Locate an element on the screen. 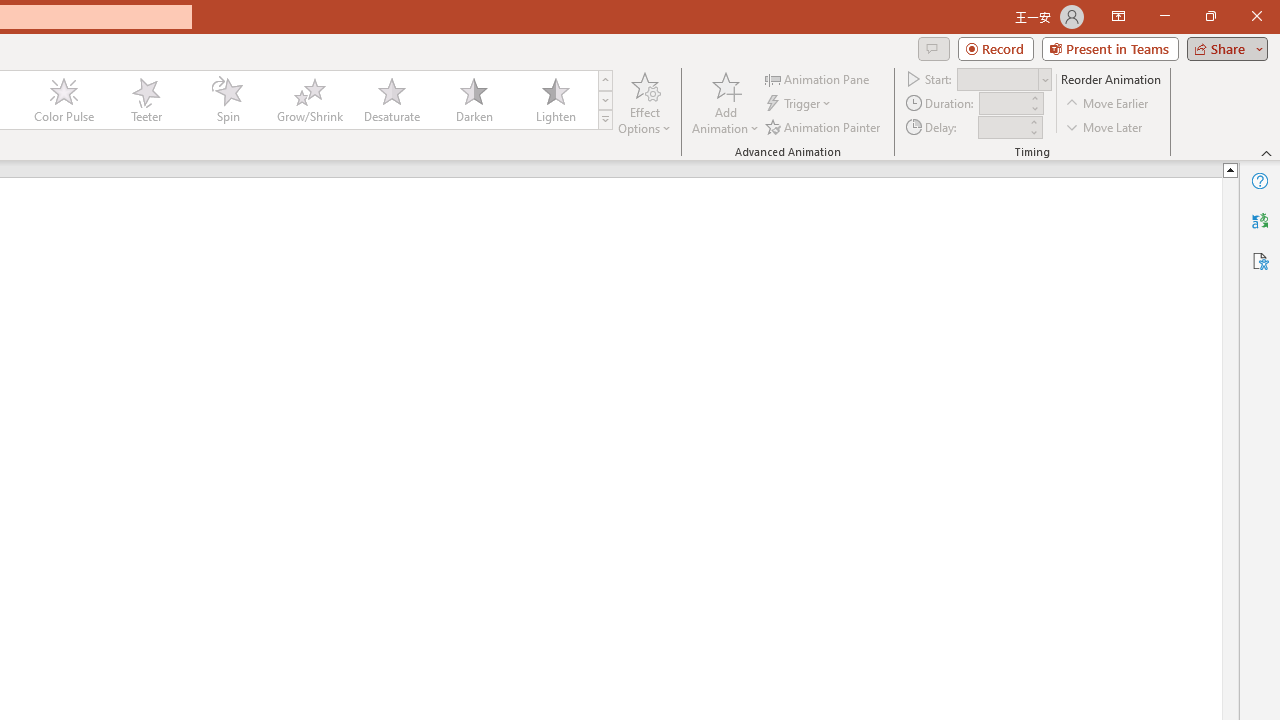  'Lighten' is located at coordinates (555, 100).